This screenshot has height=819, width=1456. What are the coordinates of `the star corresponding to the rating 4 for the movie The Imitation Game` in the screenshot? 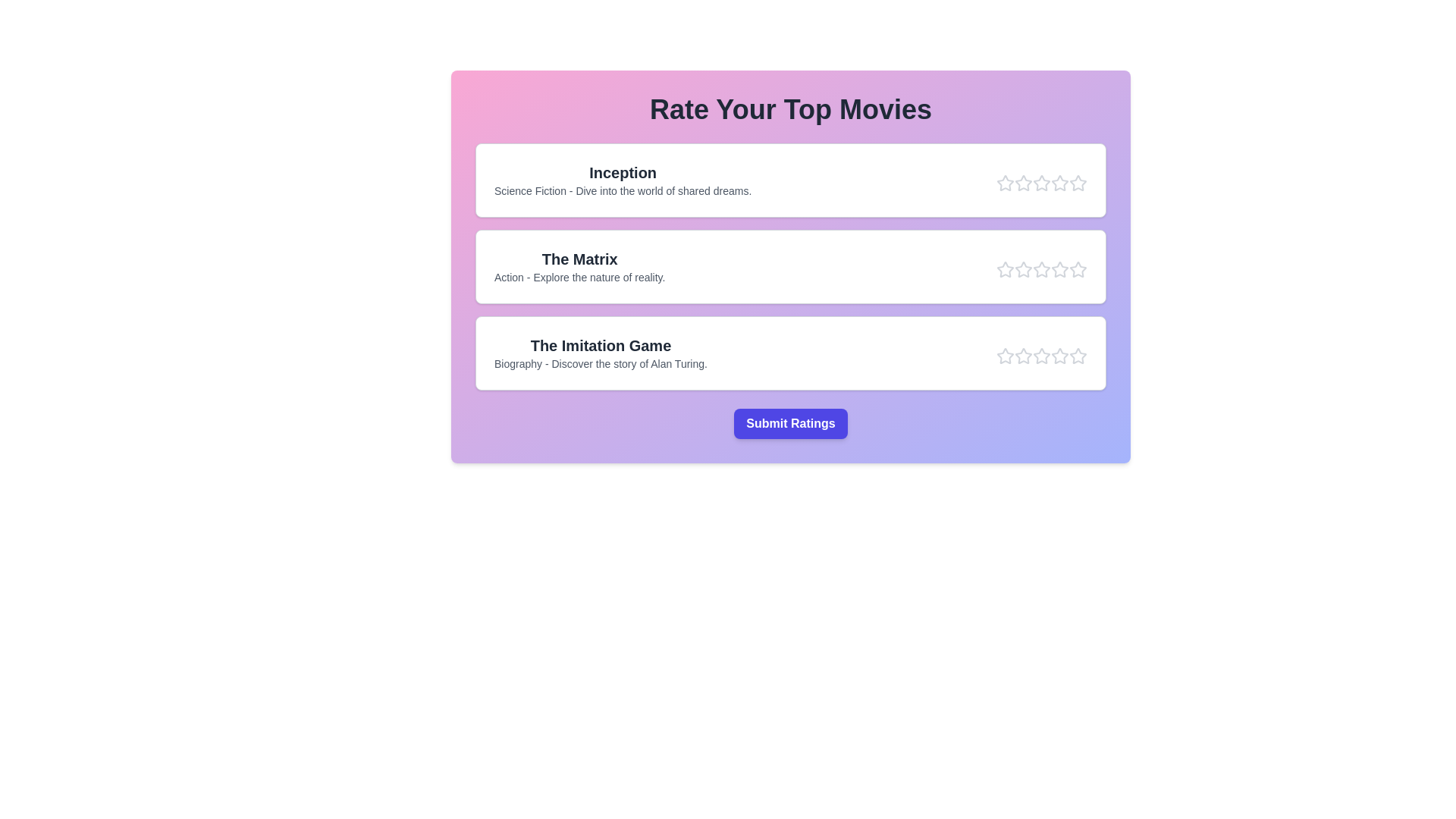 It's located at (1059, 356).